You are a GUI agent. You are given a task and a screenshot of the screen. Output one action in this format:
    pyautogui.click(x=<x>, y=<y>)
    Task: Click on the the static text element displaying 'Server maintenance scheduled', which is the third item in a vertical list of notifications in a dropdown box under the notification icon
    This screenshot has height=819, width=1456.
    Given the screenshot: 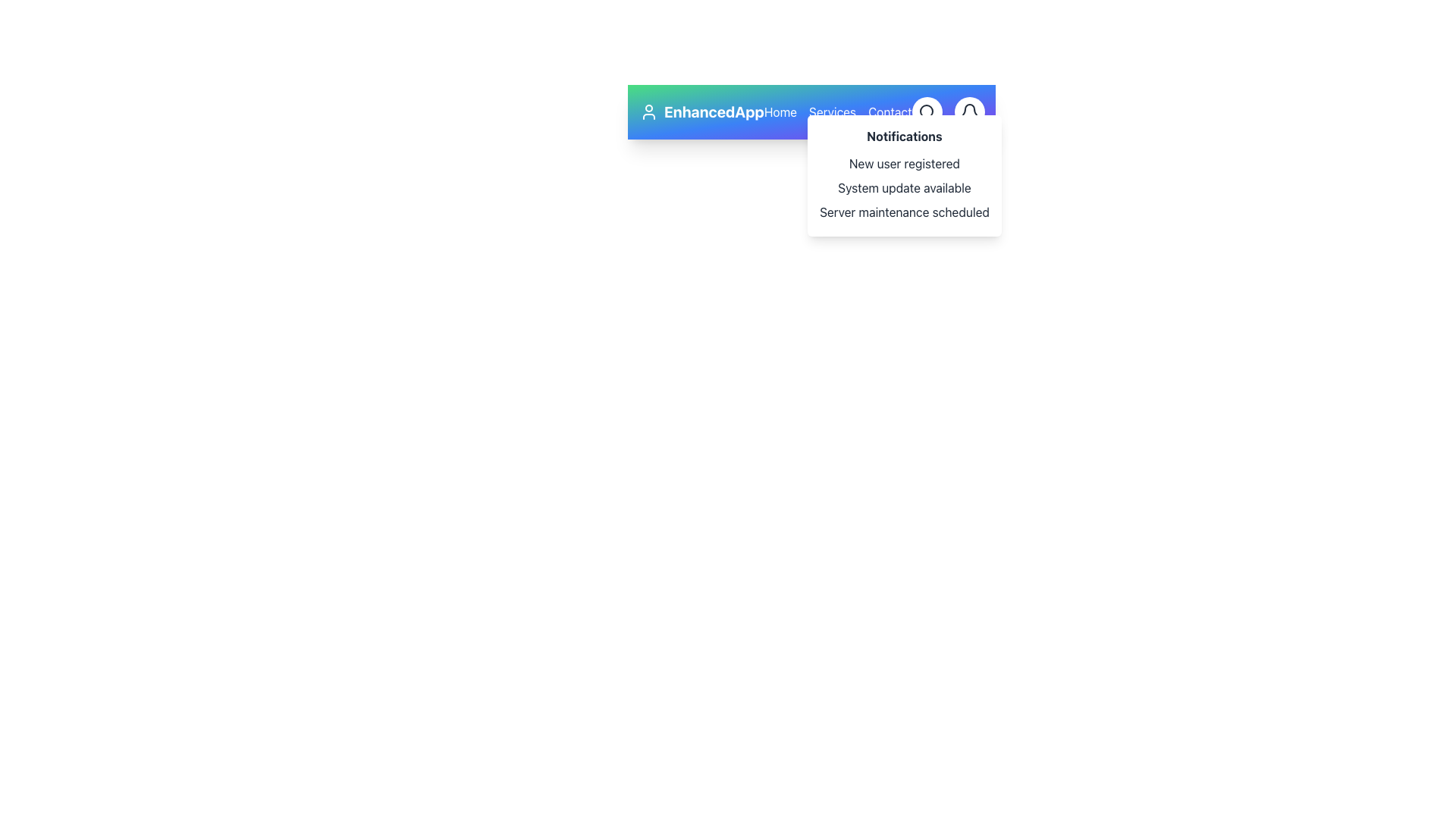 What is the action you would take?
    pyautogui.click(x=905, y=212)
    